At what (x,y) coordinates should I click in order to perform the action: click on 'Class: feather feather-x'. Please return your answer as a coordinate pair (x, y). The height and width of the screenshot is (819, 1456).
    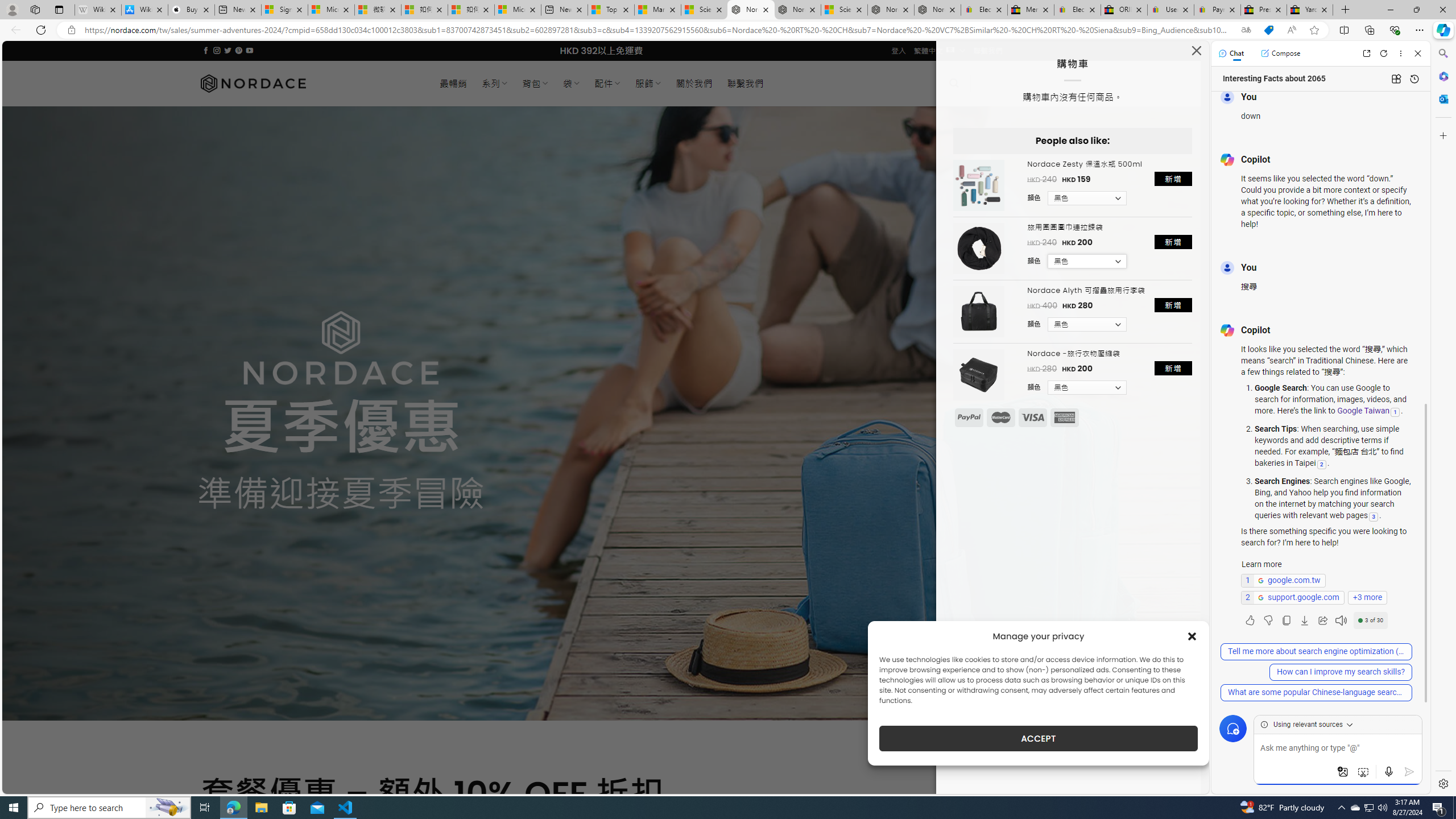
    Looking at the image, I should click on (1196, 50).